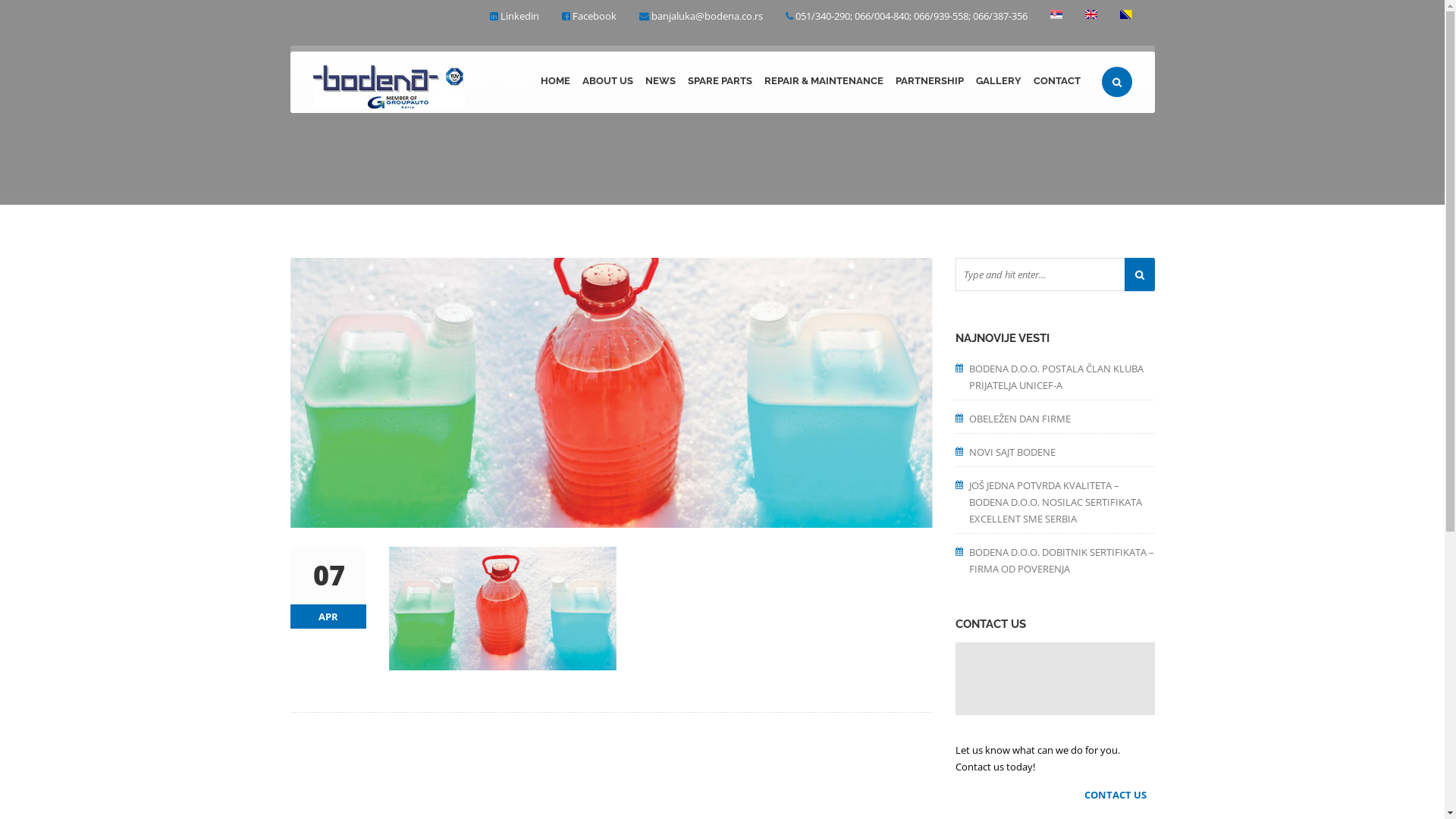 Image resolution: width=1456 pixels, height=819 pixels. I want to click on 'HOME', so click(554, 82).